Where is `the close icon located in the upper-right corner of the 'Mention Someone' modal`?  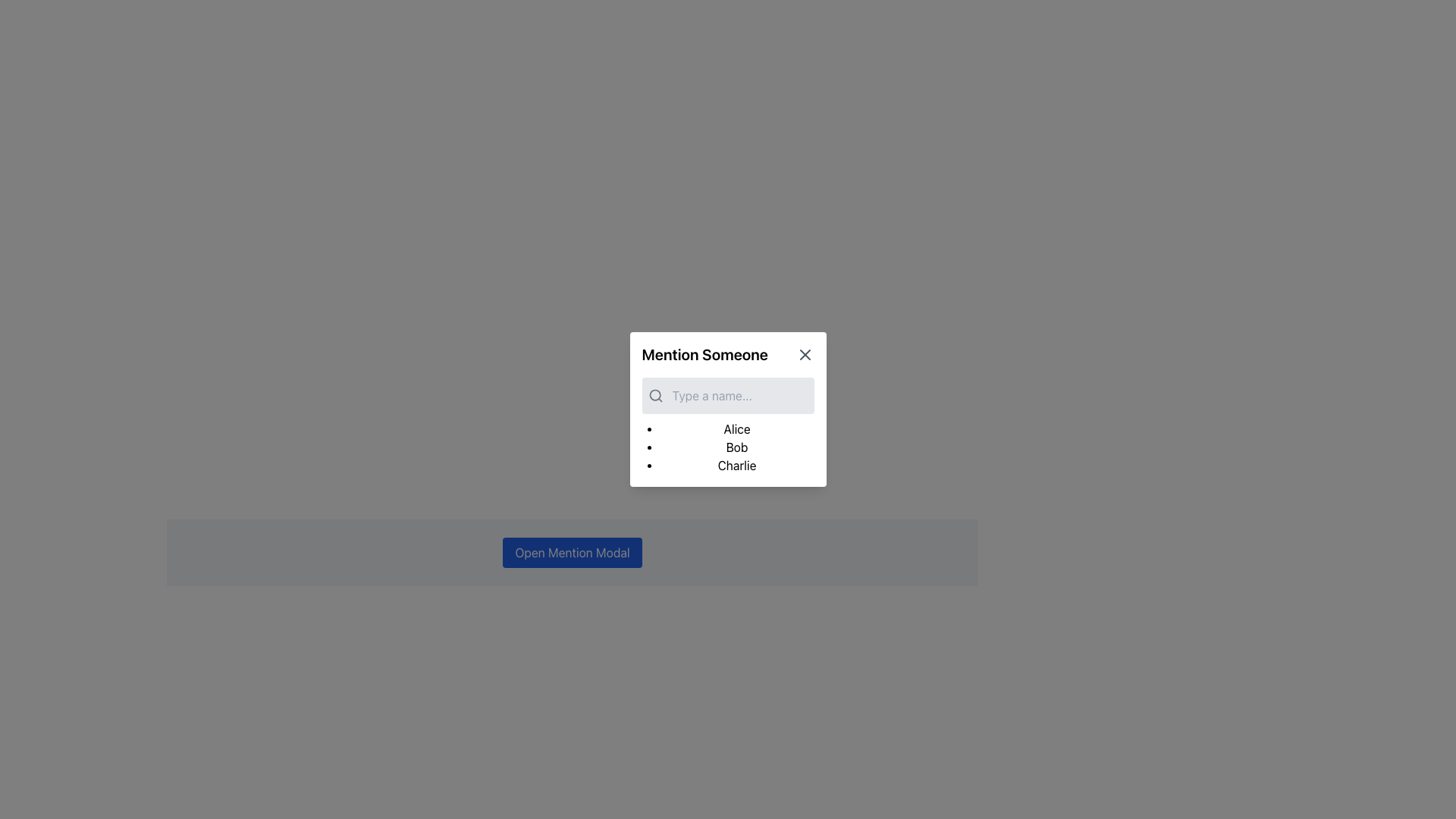
the close icon located in the upper-right corner of the 'Mention Someone' modal is located at coordinates (804, 354).